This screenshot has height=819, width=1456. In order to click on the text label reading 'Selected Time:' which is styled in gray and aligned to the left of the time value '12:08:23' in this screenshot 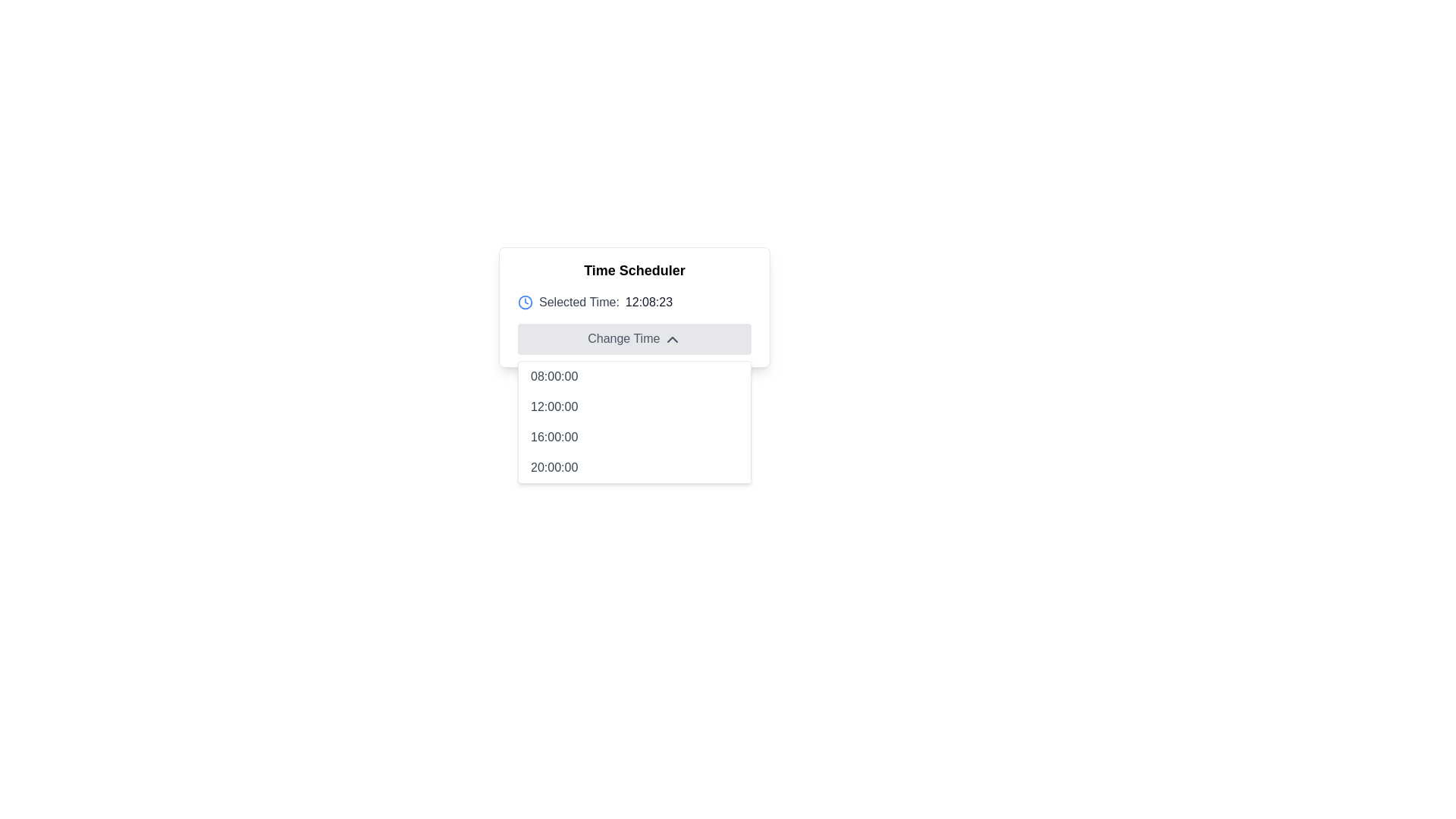, I will do `click(578, 302)`.